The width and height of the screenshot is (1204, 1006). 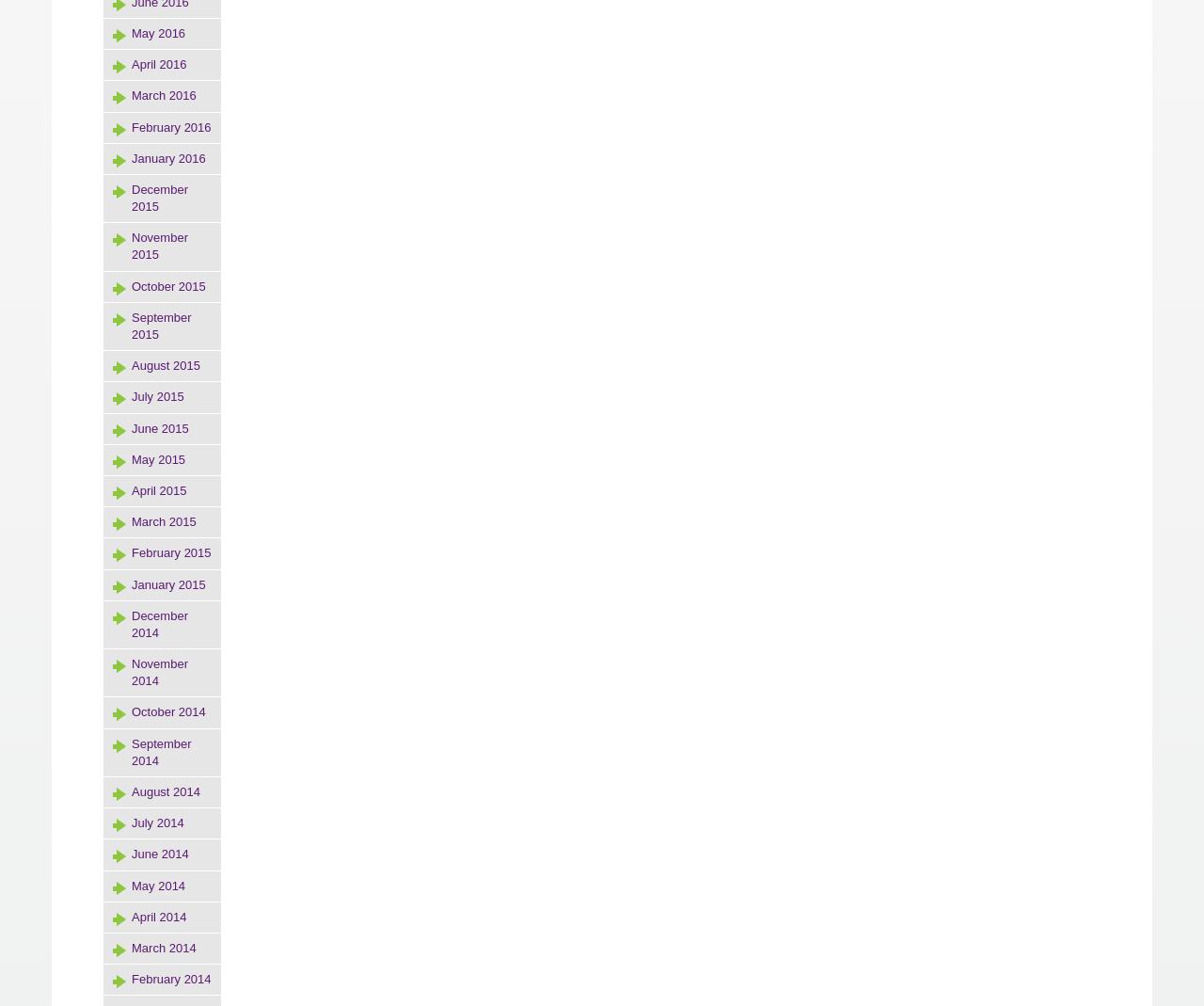 I want to click on 'July 2014', so click(x=157, y=822).